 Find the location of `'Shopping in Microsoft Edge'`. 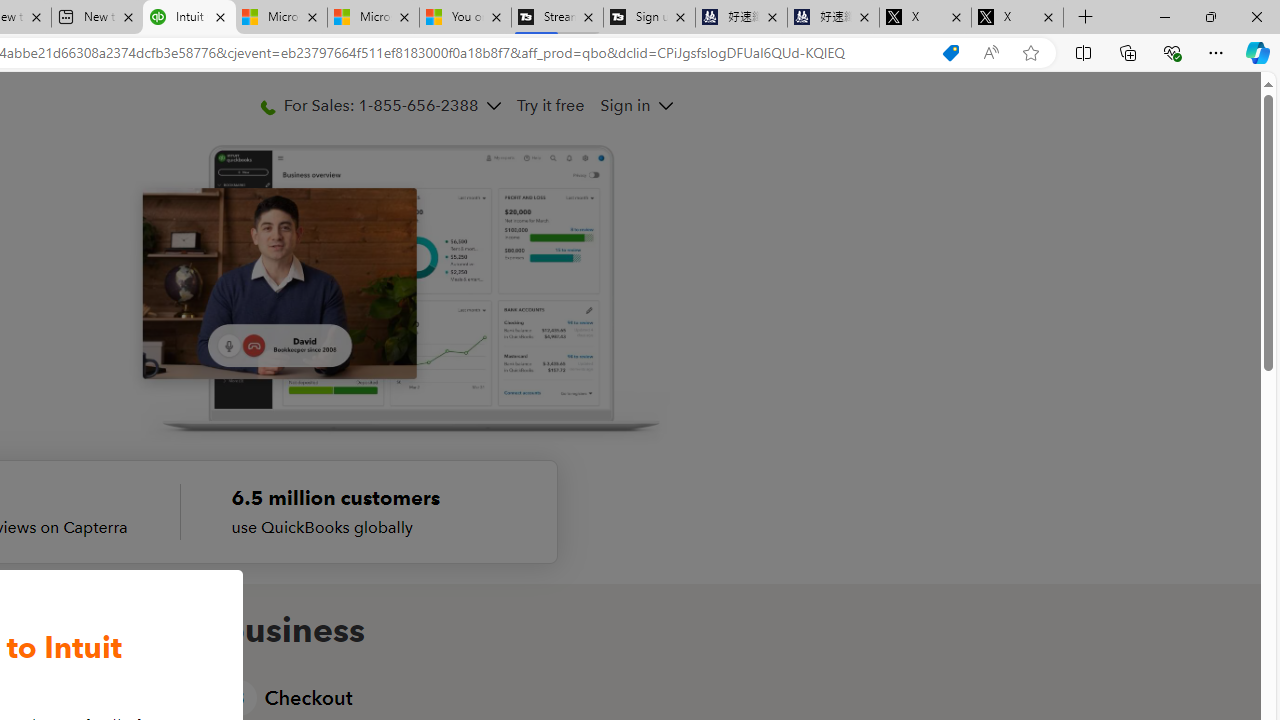

'Shopping in Microsoft Edge' is located at coordinates (950, 52).